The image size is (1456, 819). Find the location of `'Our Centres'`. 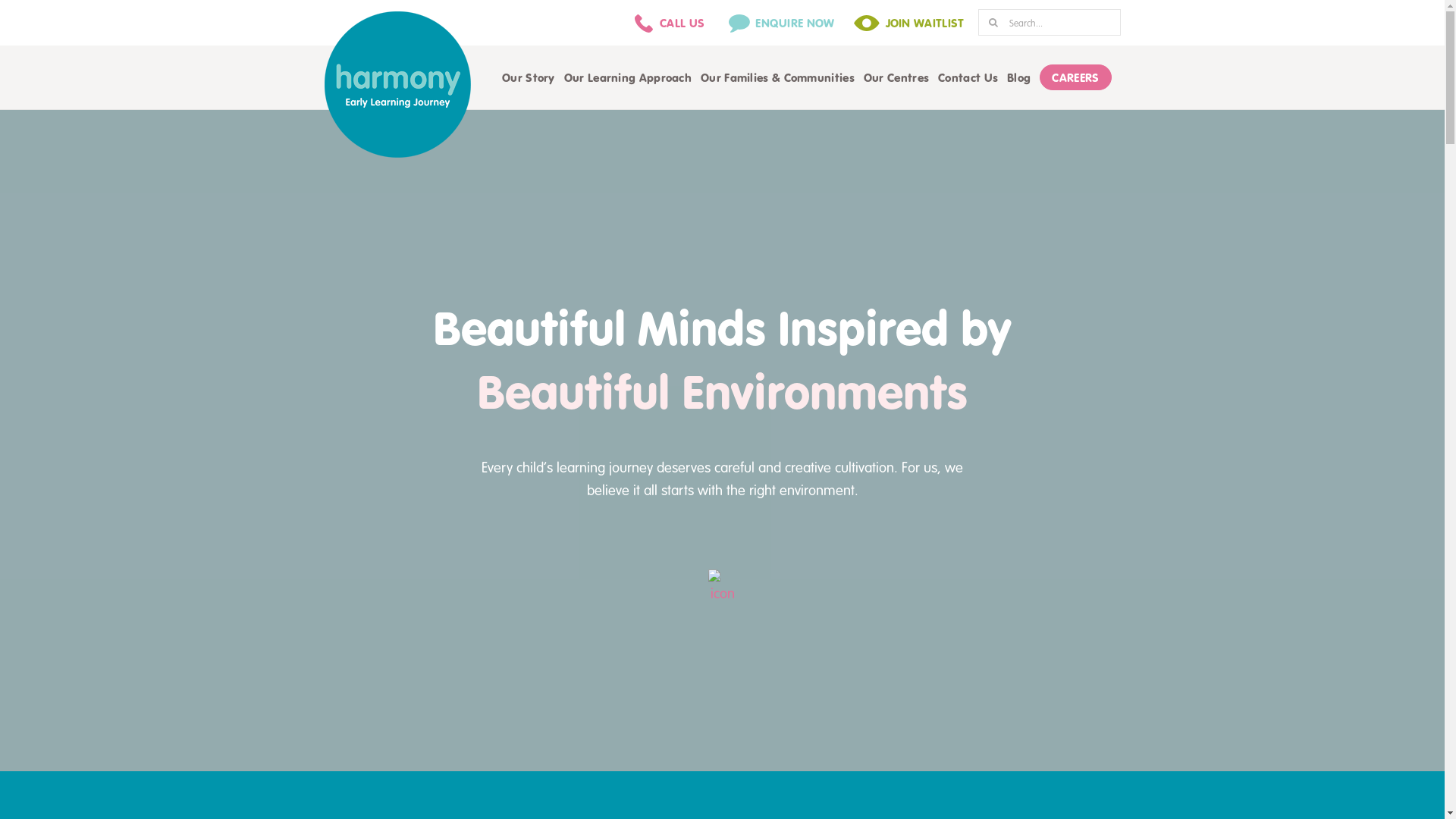

'Our Centres' is located at coordinates (896, 77).